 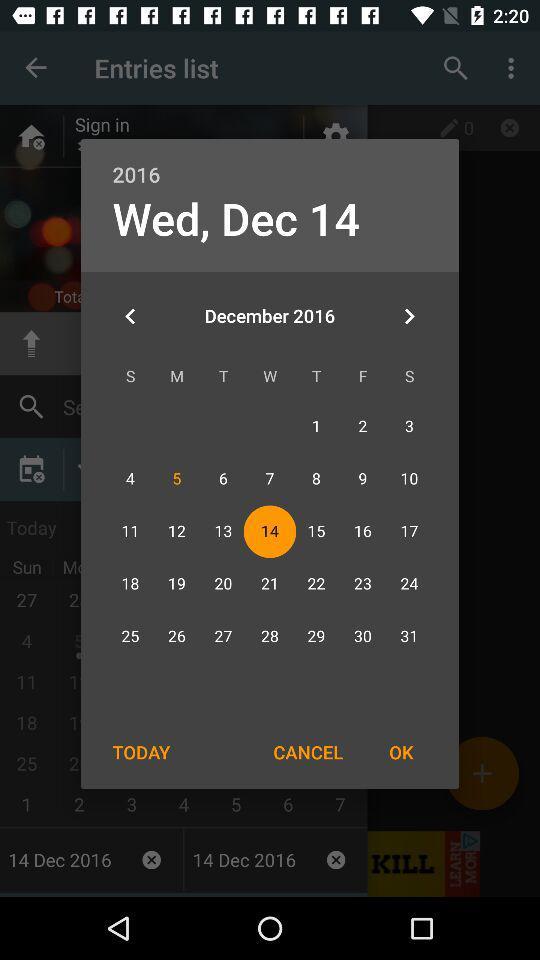 I want to click on the ok item, so click(x=401, y=751).